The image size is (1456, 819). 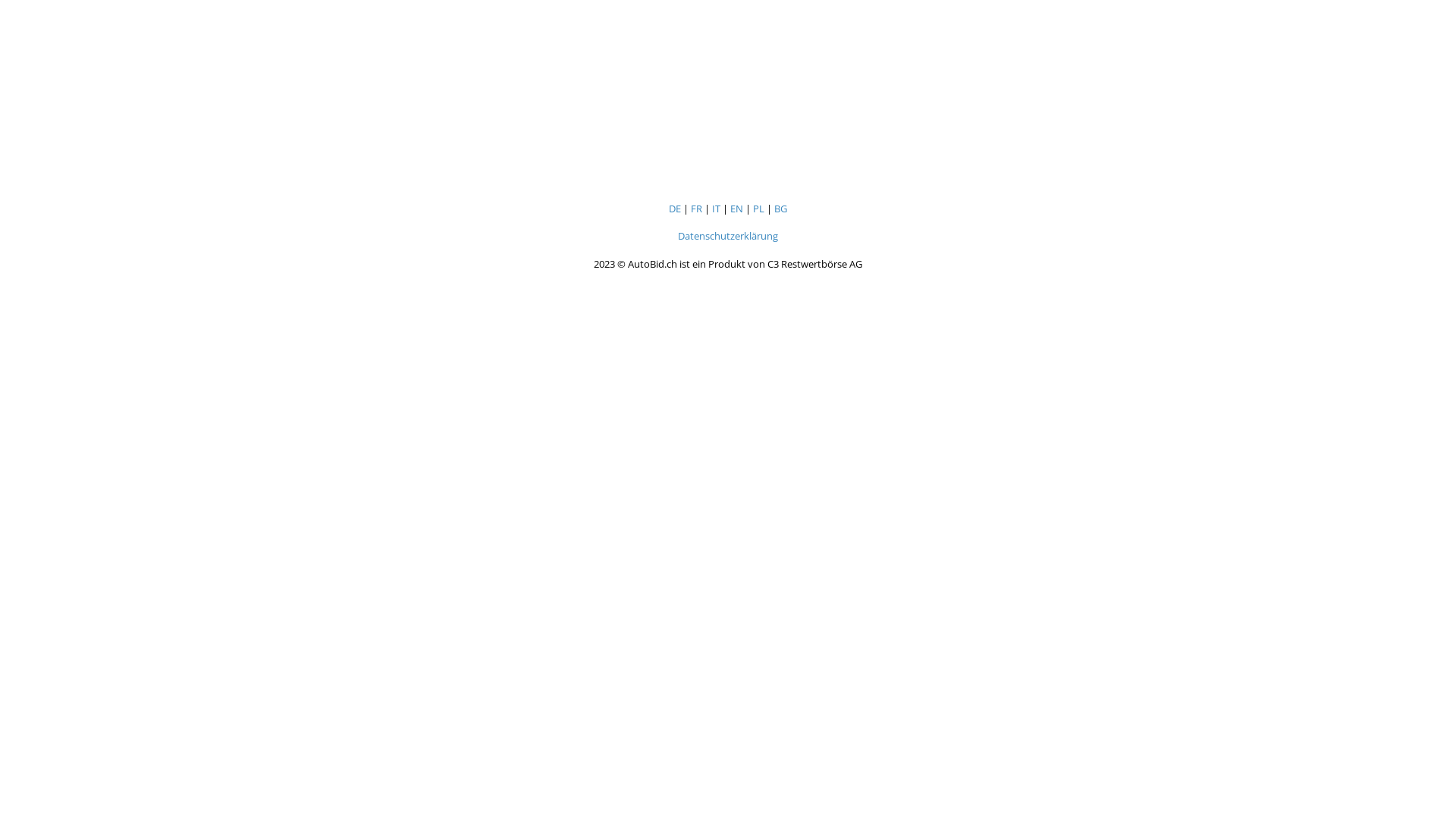 What do you see at coordinates (736, 208) in the screenshot?
I see `'EN'` at bounding box center [736, 208].